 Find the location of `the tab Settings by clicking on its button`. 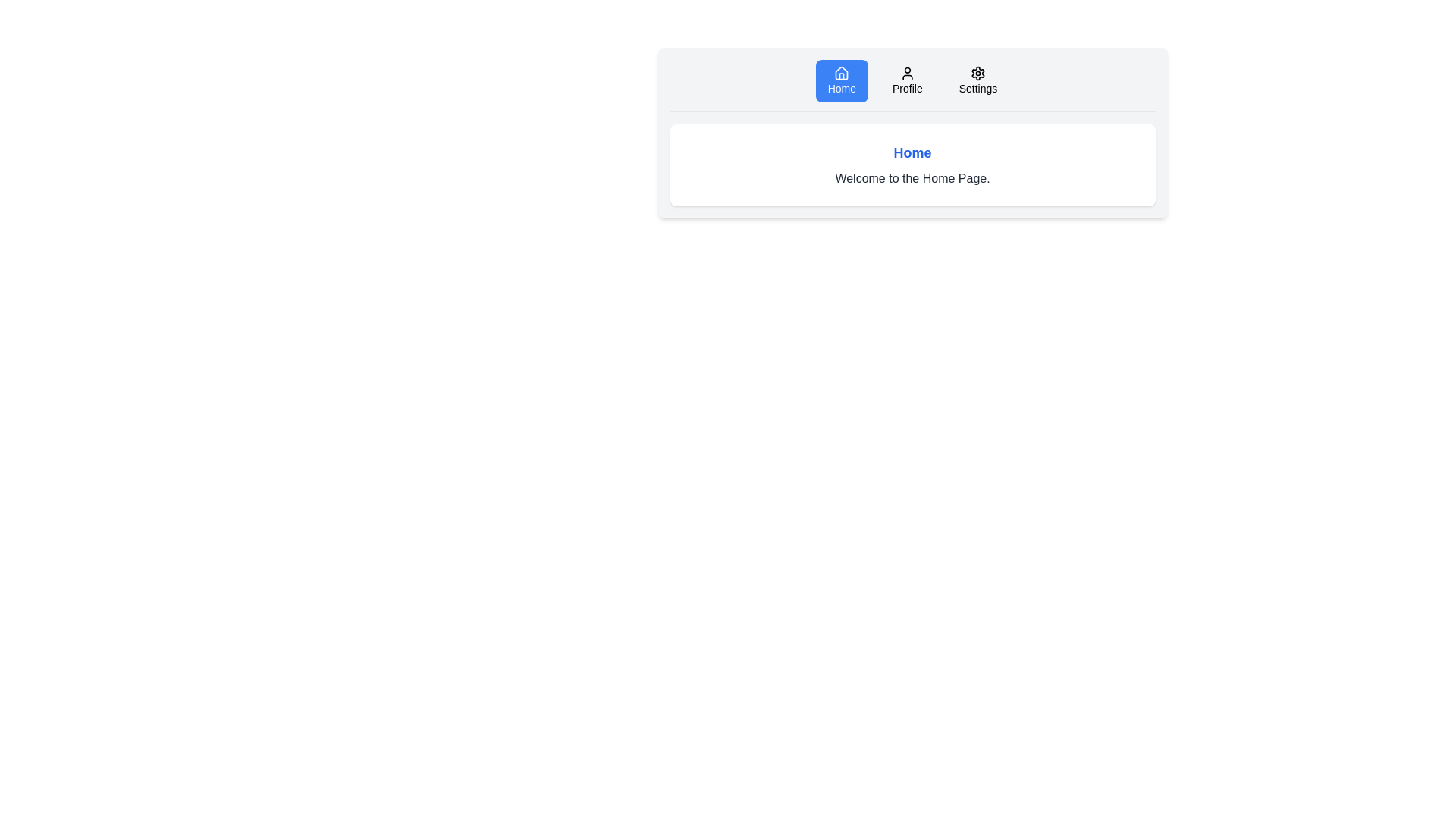

the tab Settings by clicking on its button is located at coordinates (978, 81).